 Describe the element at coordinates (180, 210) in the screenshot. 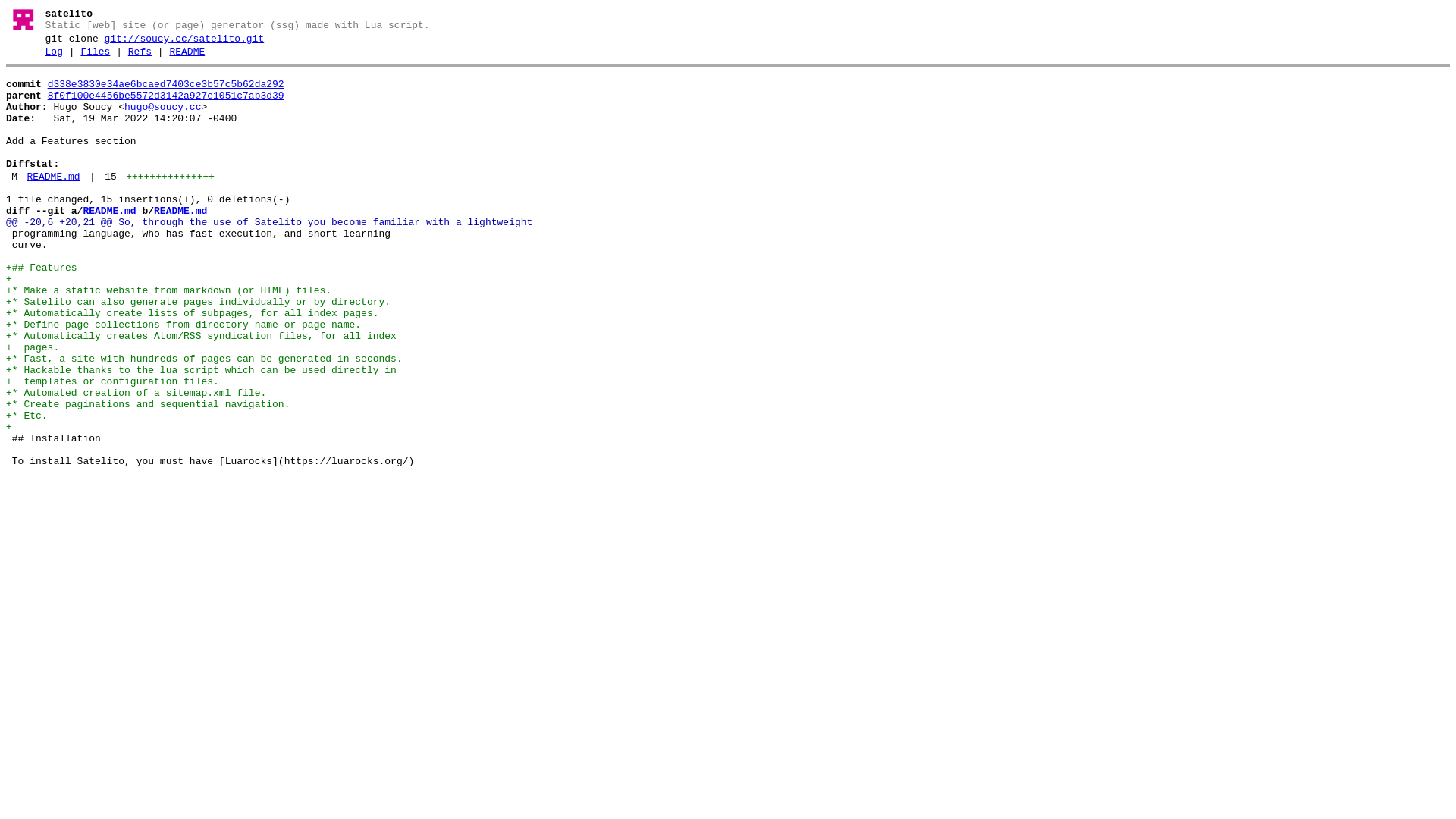

I see `'README.md'` at that location.